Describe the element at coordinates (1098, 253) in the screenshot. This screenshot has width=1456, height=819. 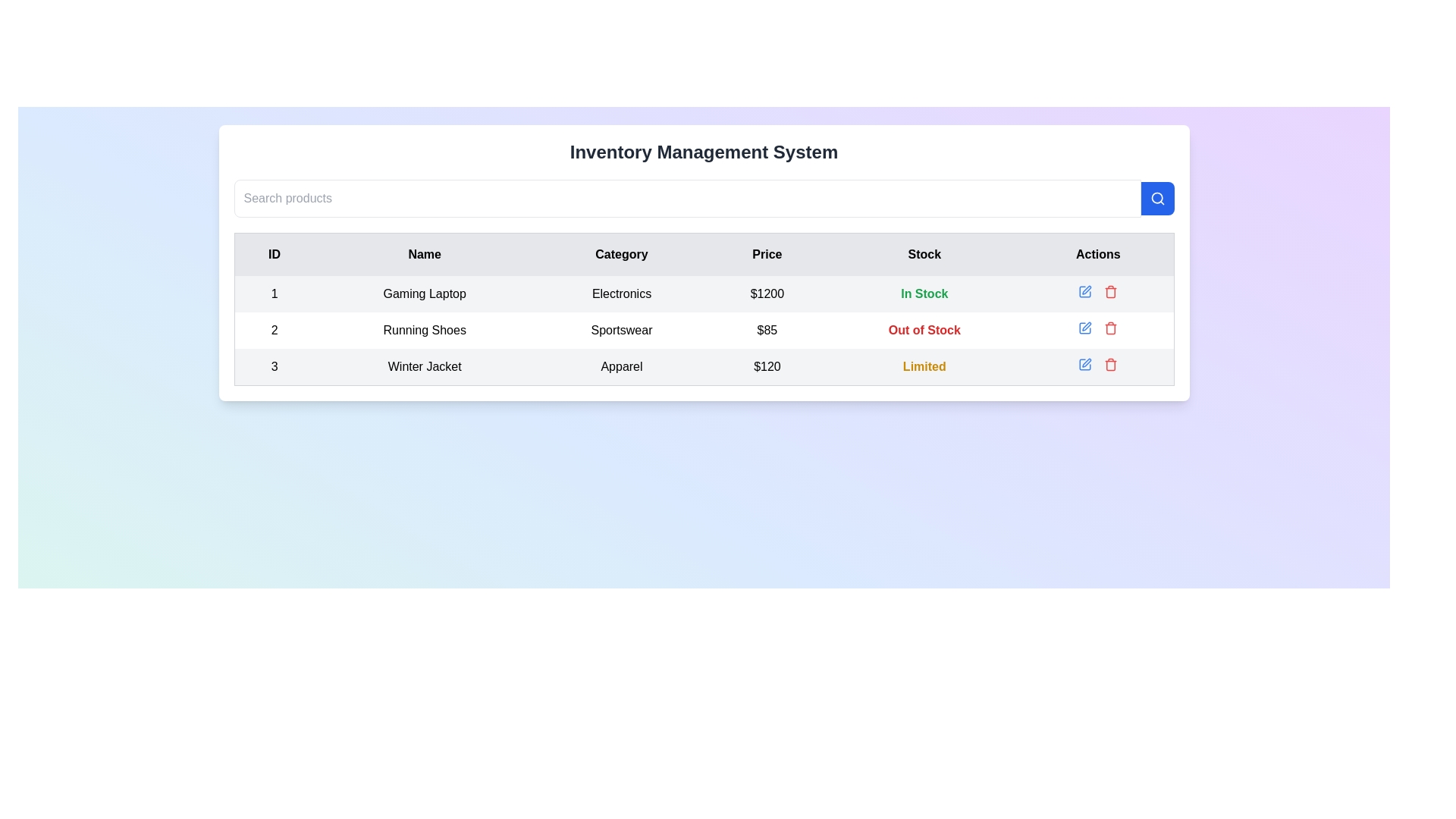
I see `the 'Actions' text header label, which is in bold black font on a grey background, positioned as the sixth column header in a table header row` at that location.